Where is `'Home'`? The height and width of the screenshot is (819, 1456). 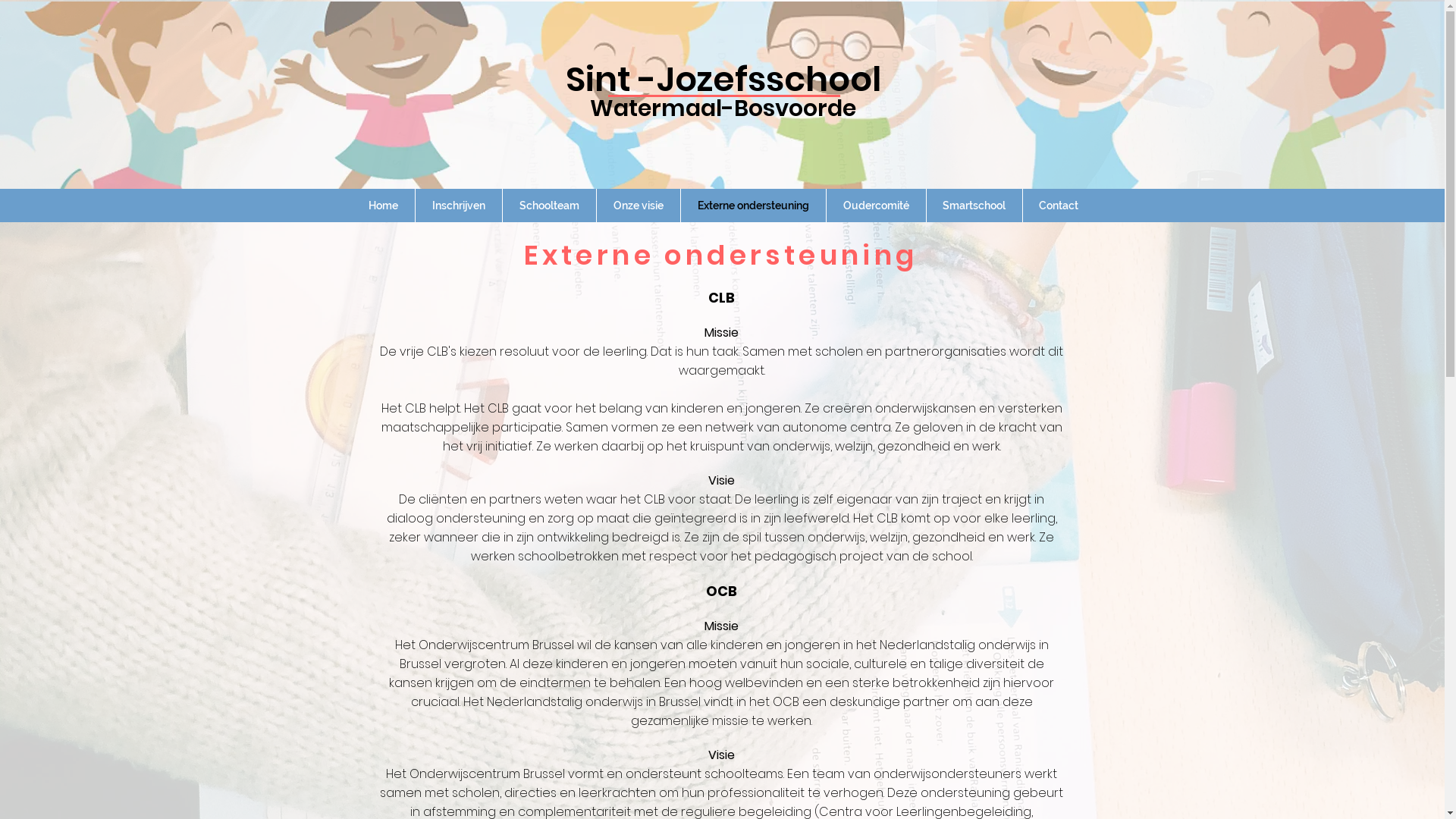
'Home' is located at coordinates (383, 205).